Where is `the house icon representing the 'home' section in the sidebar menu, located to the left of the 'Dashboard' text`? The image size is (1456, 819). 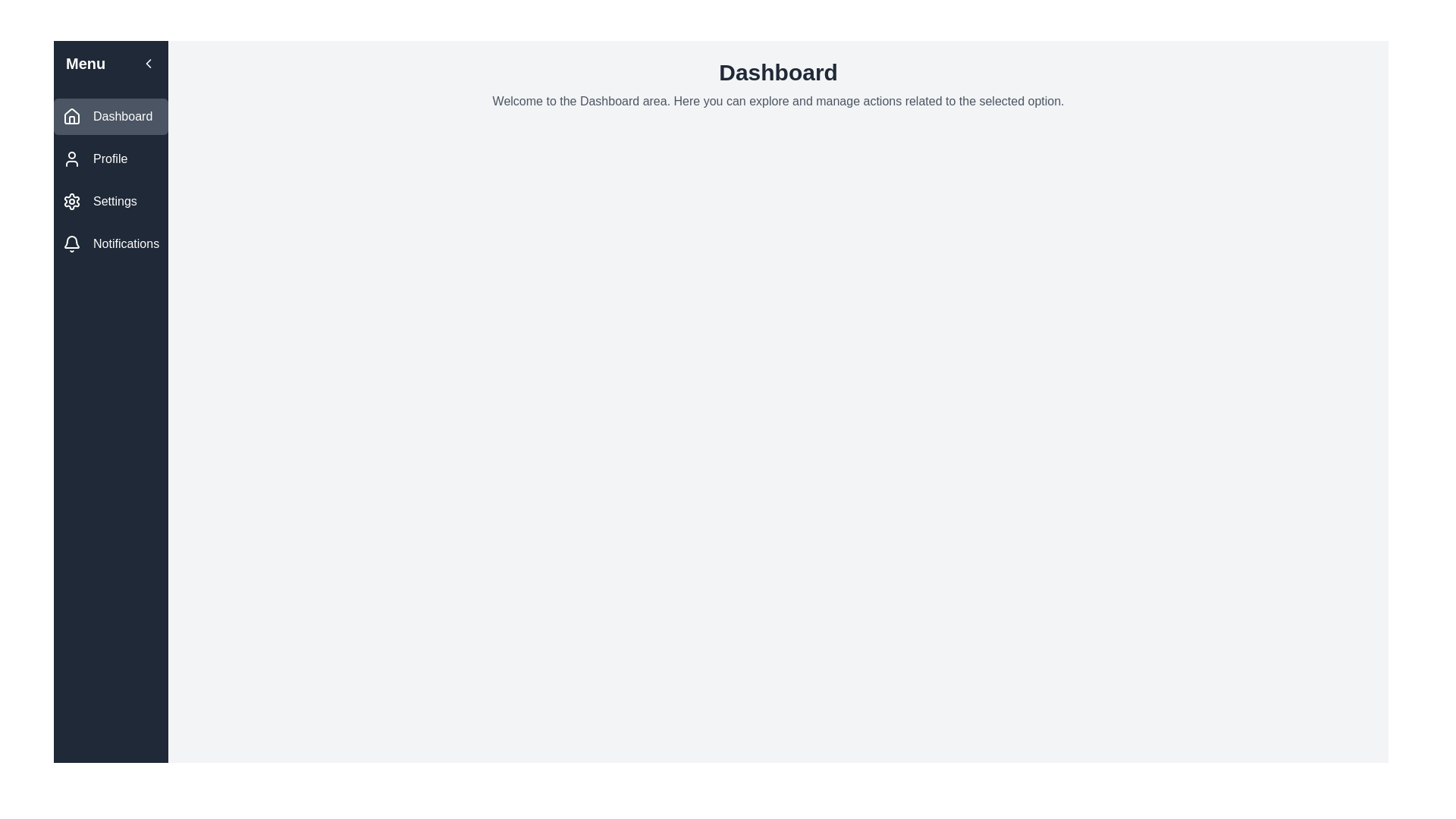
the house icon representing the 'home' section in the sidebar menu, located to the left of the 'Dashboard' text is located at coordinates (71, 116).